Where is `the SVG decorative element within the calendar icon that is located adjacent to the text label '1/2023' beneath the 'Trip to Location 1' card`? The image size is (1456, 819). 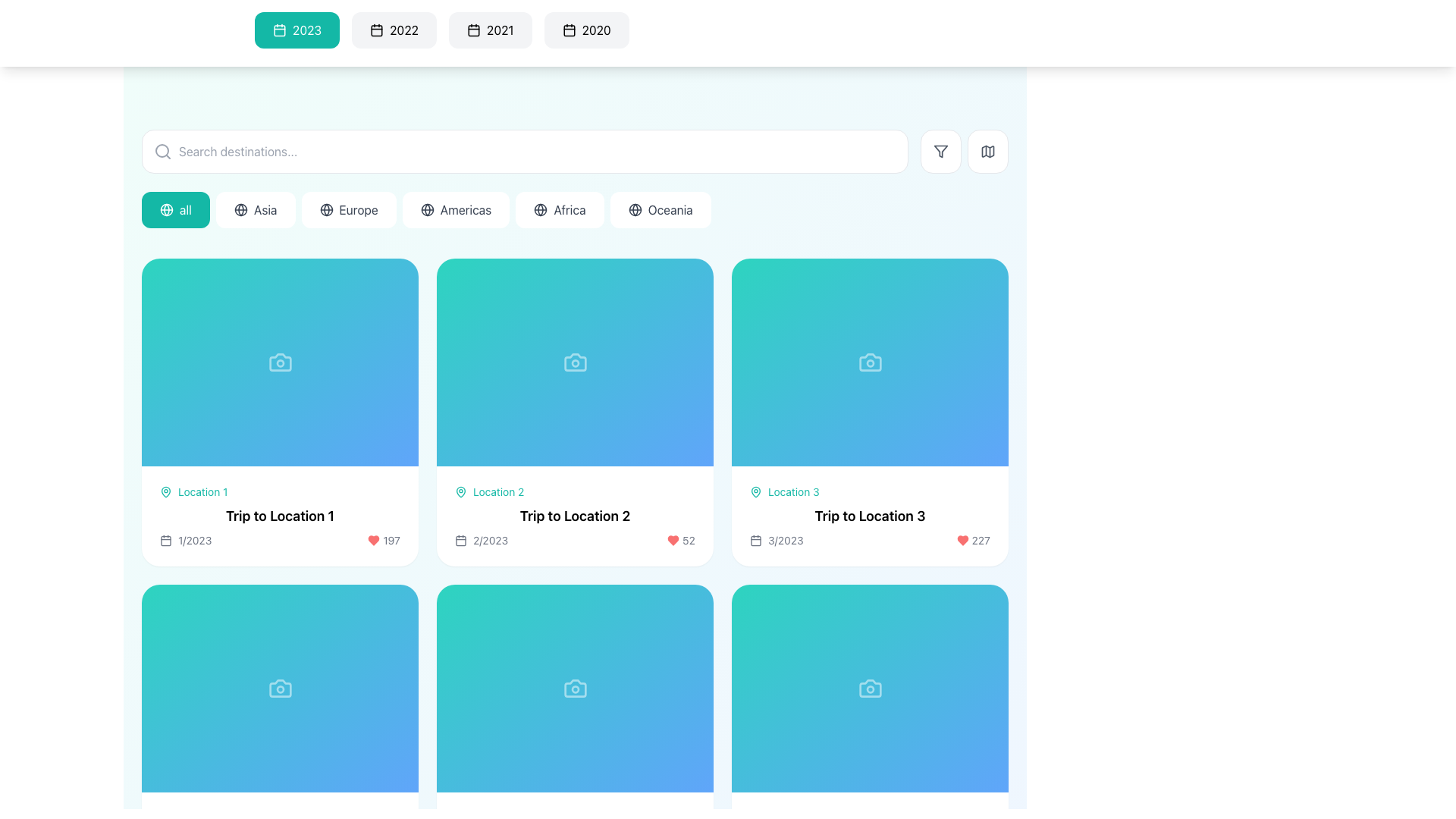
the SVG decorative element within the calendar icon that is located adjacent to the text label '1/2023' beneath the 'Trip to Location 1' card is located at coordinates (166, 540).